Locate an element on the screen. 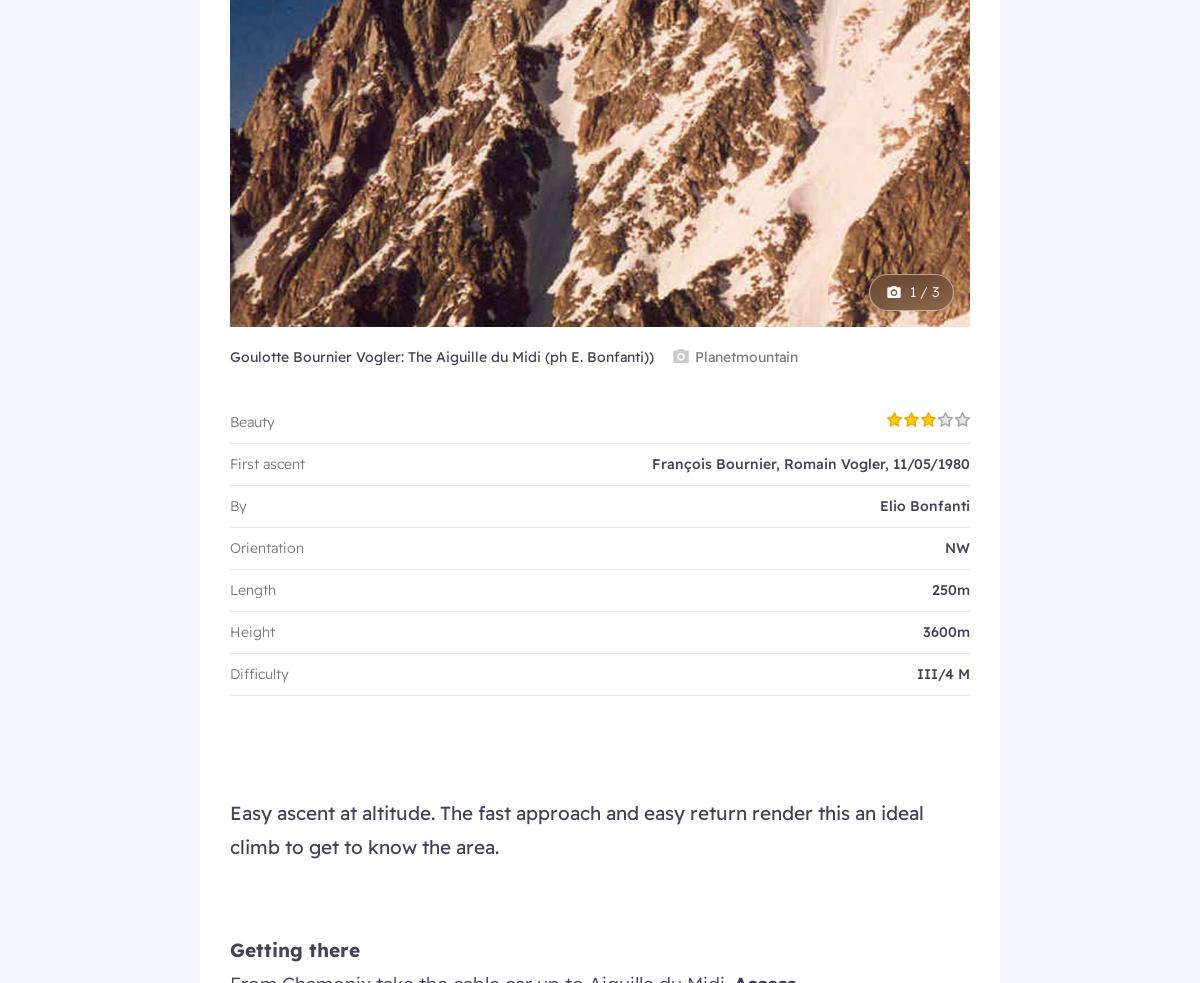 The height and width of the screenshot is (983, 1200). 'Show more in Mont Blanc' is located at coordinates (598, 332).